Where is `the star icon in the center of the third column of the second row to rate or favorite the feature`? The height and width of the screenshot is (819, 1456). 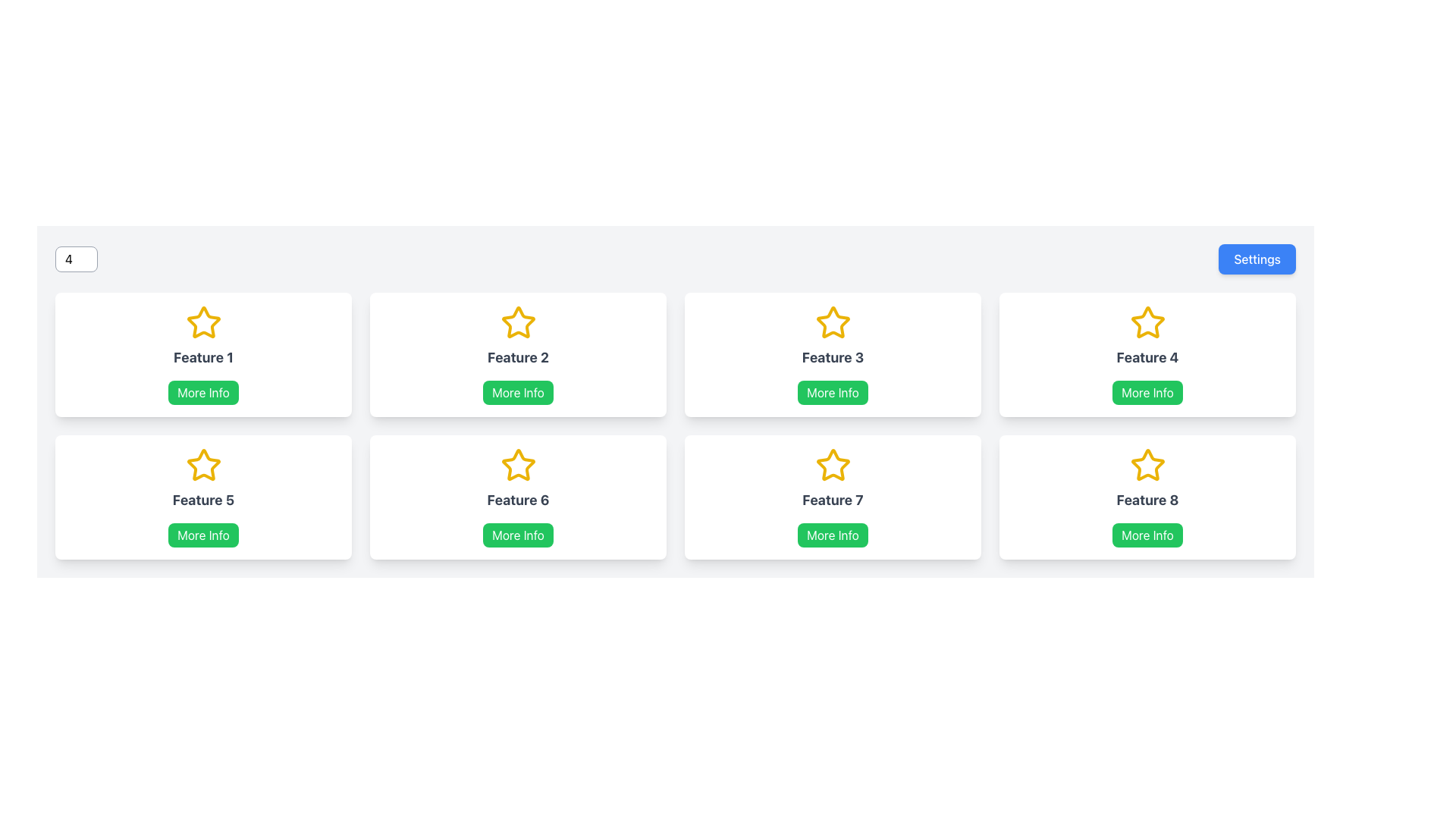
the star icon in the center of the third column of the second row to rate or favorite the feature is located at coordinates (518, 464).